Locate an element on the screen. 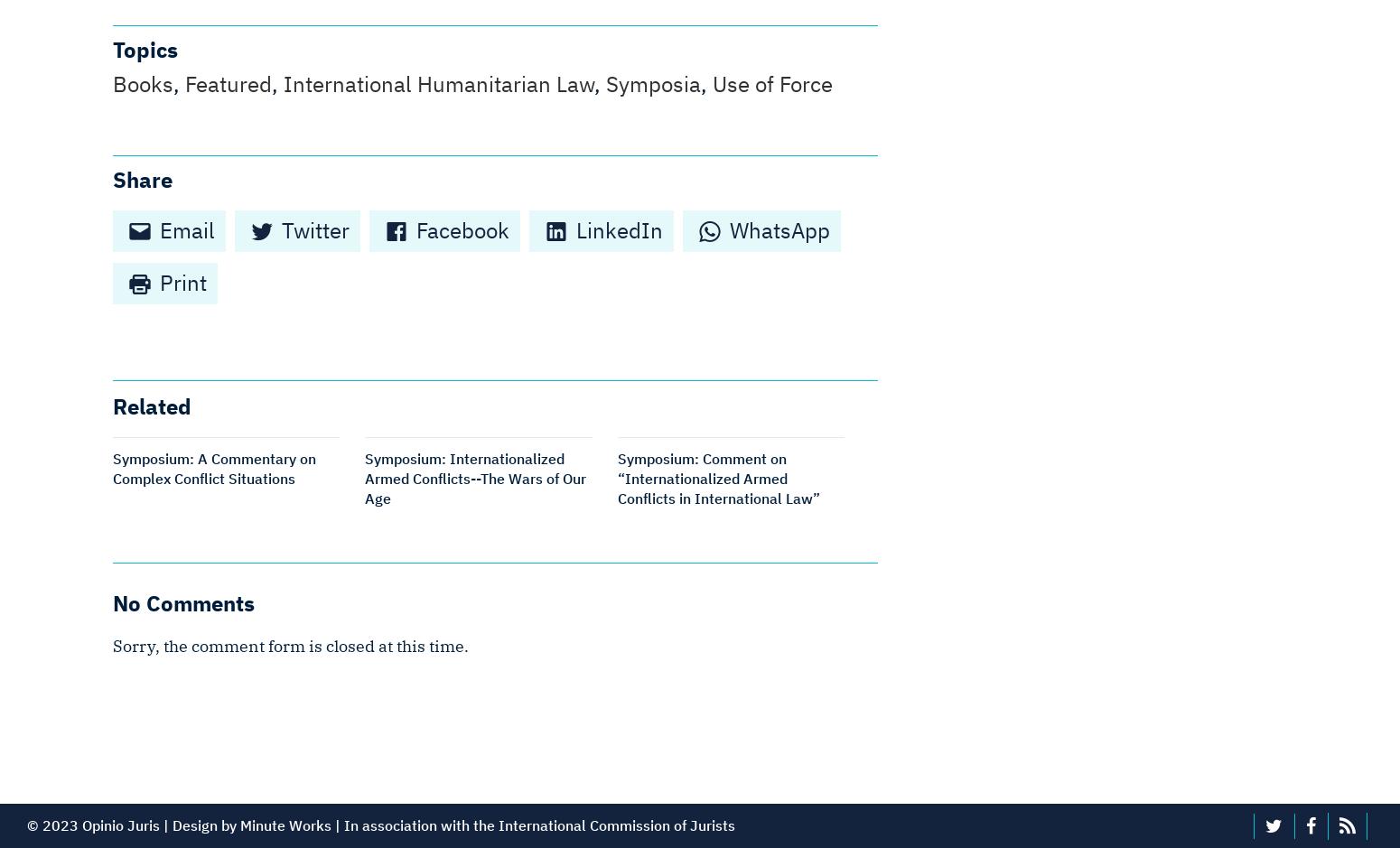 The width and height of the screenshot is (1400, 848). 'Twitter' is located at coordinates (281, 229).